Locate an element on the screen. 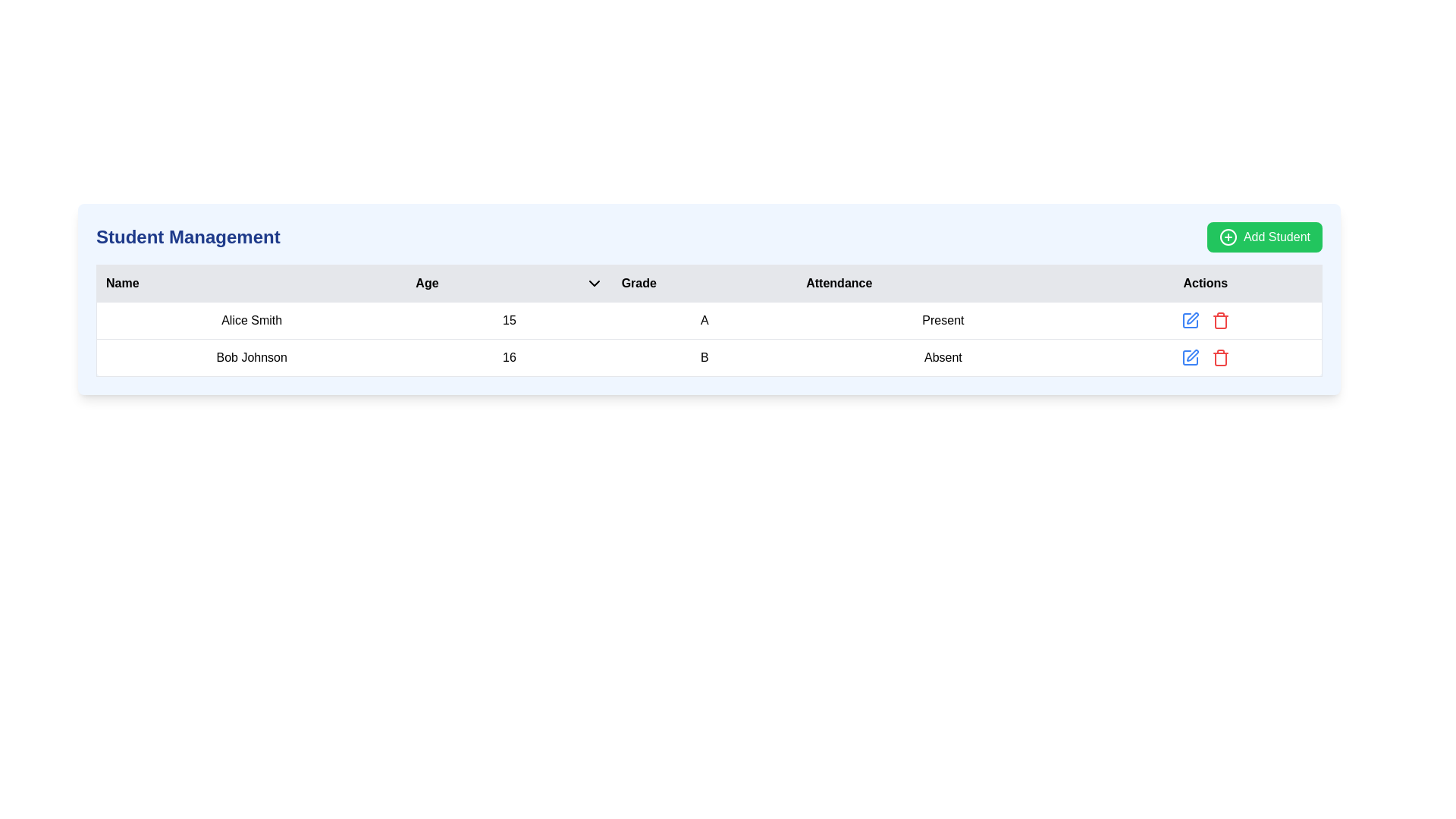 Image resolution: width=1456 pixels, height=819 pixels. the text label displaying the name 'Bob Johnson', located in the first cell of the student table under the 'Name' column is located at coordinates (251, 357).